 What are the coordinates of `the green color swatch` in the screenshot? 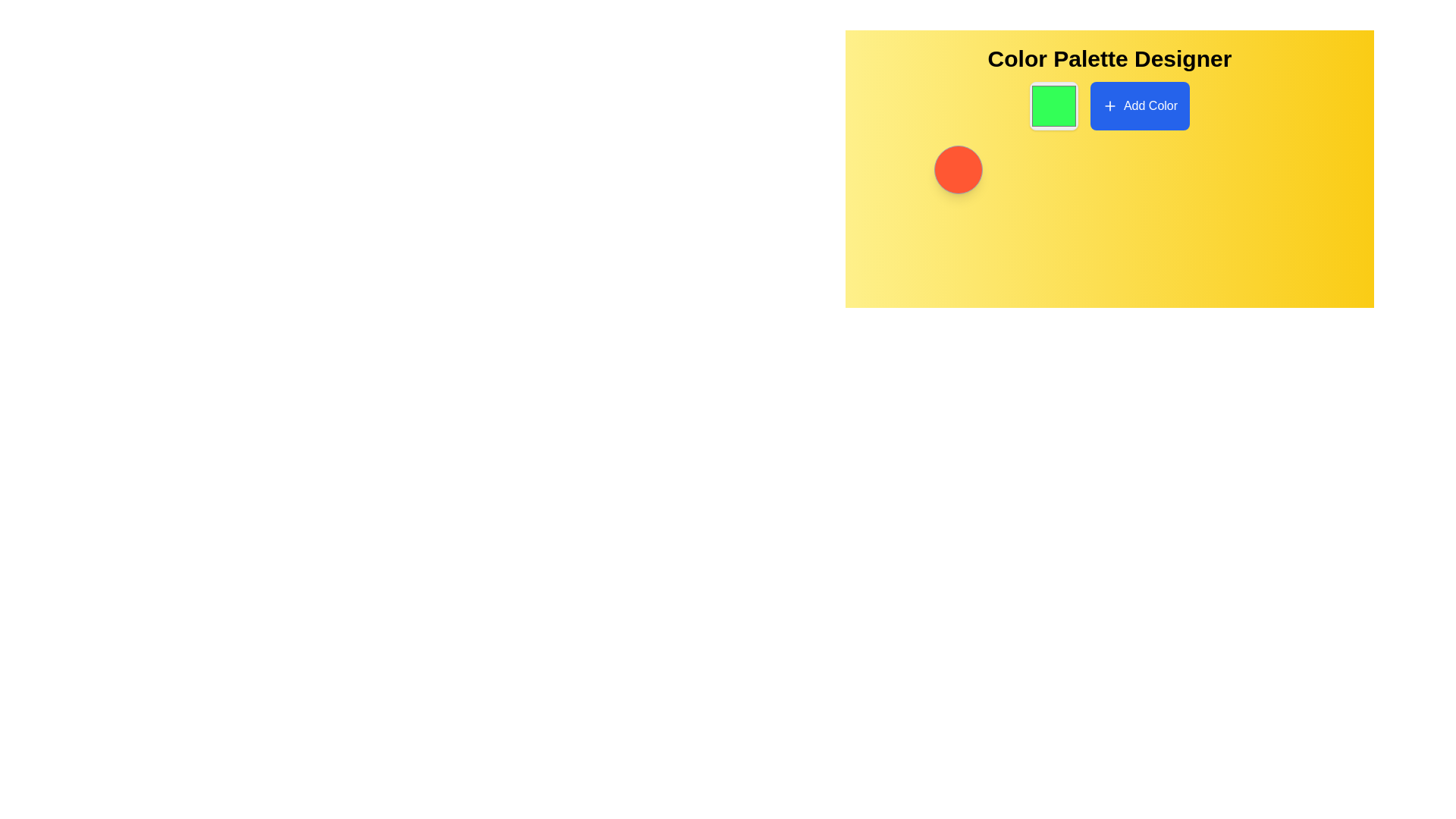 It's located at (1053, 105).